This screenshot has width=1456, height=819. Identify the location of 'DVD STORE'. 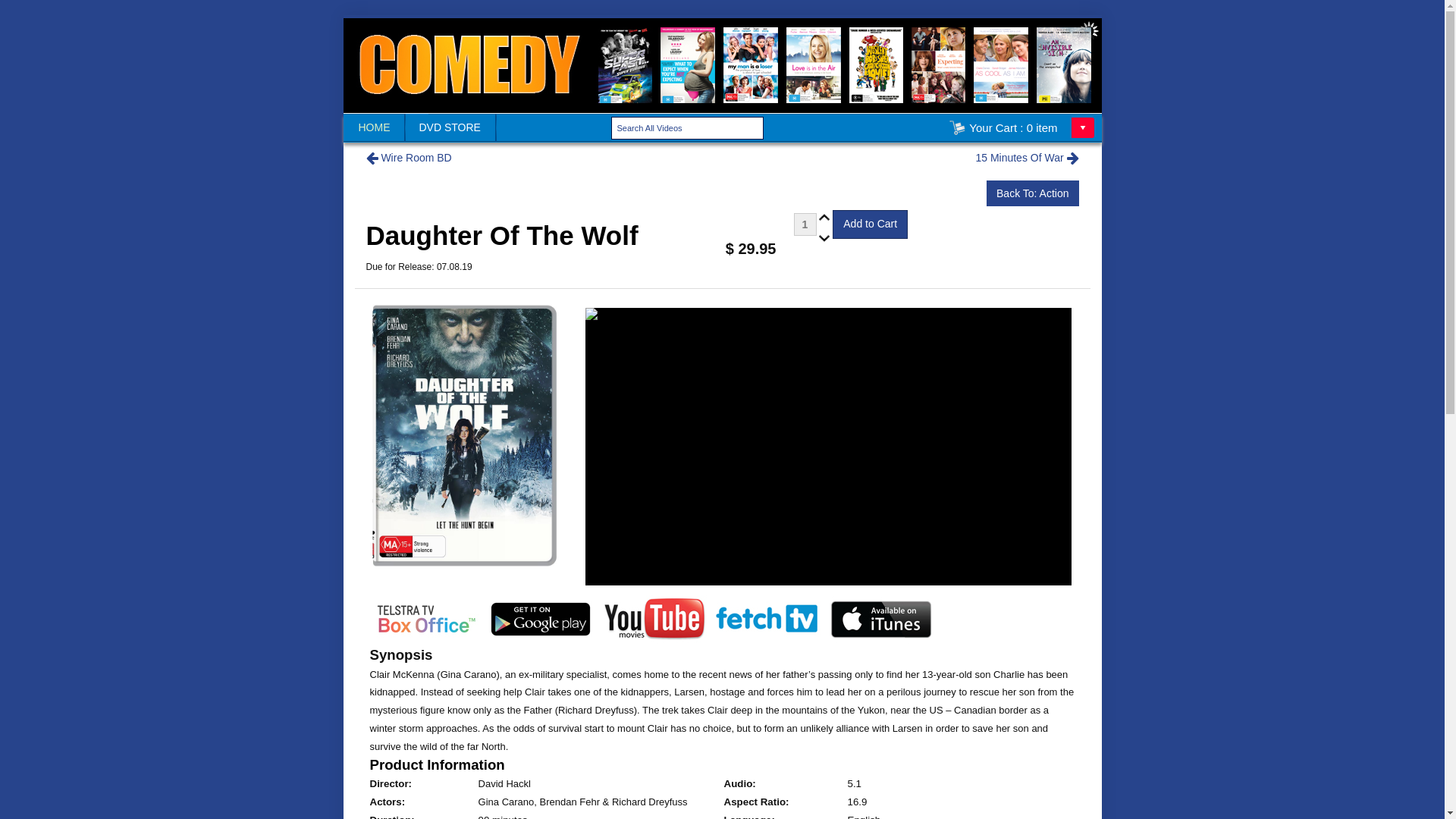
(450, 127).